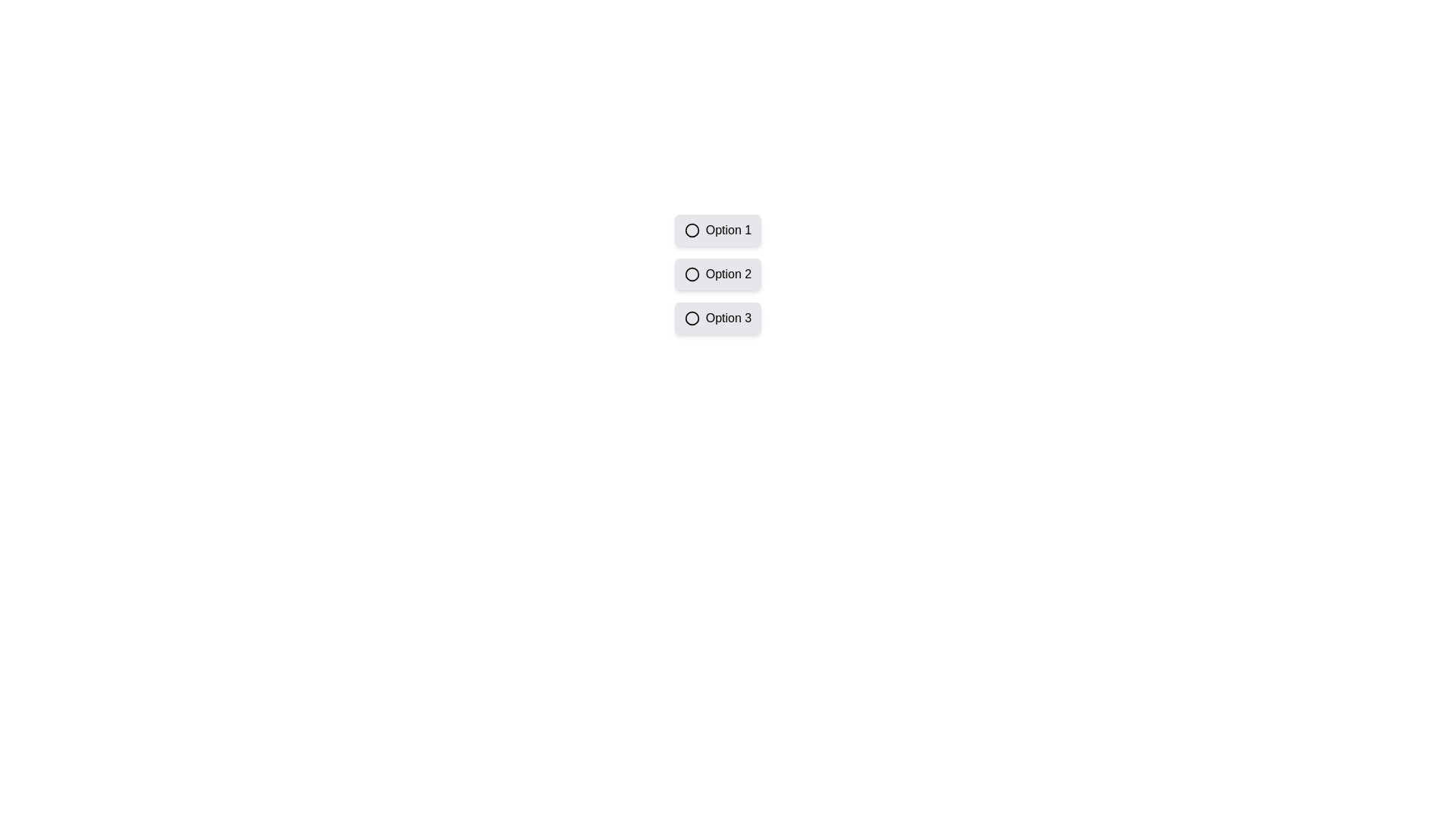 This screenshot has width=1456, height=819. I want to click on the unselected radio button icon associated with 'Option 3' located on the left side of its label, so click(691, 318).